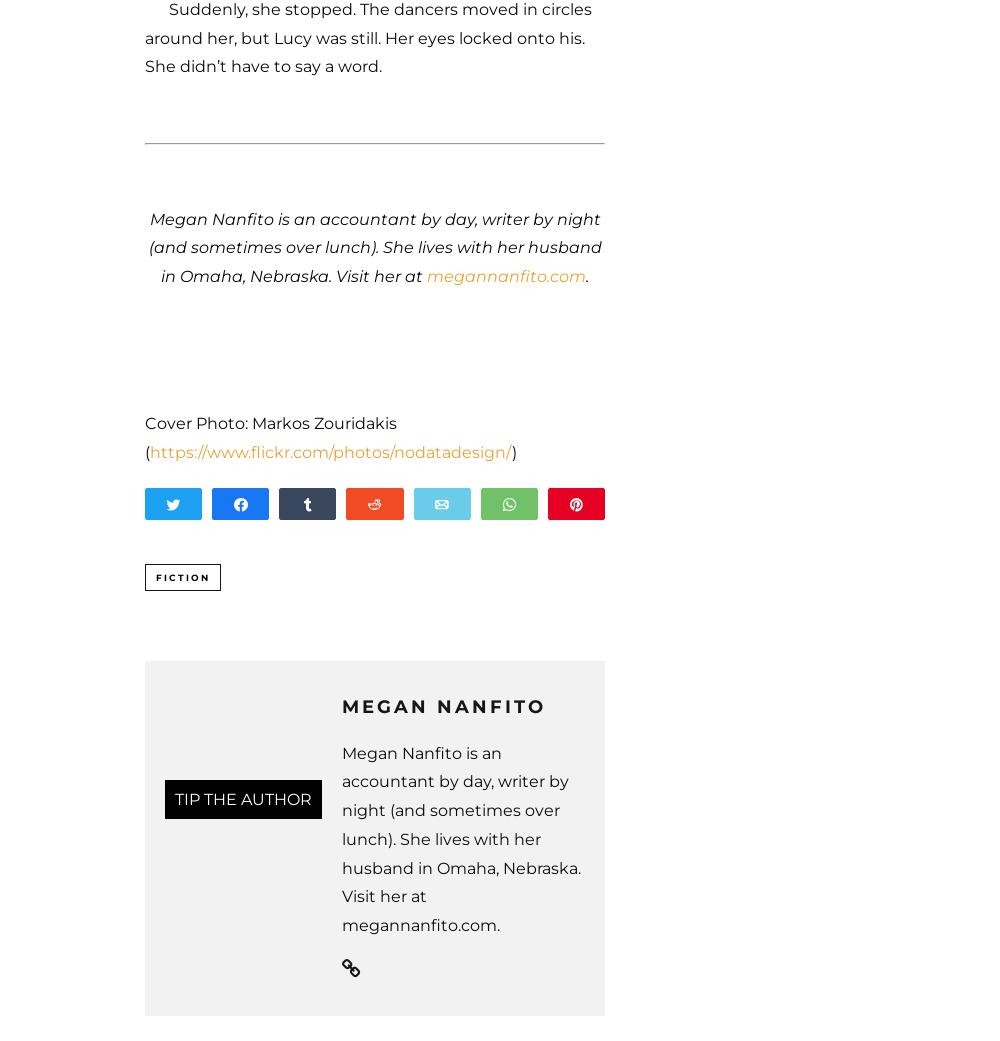 The width and height of the screenshot is (1000, 1041). What do you see at coordinates (330, 451) in the screenshot?
I see `'https://www.flickr.com/photos/nodatadesign/'` at bounding box center [330, 451].